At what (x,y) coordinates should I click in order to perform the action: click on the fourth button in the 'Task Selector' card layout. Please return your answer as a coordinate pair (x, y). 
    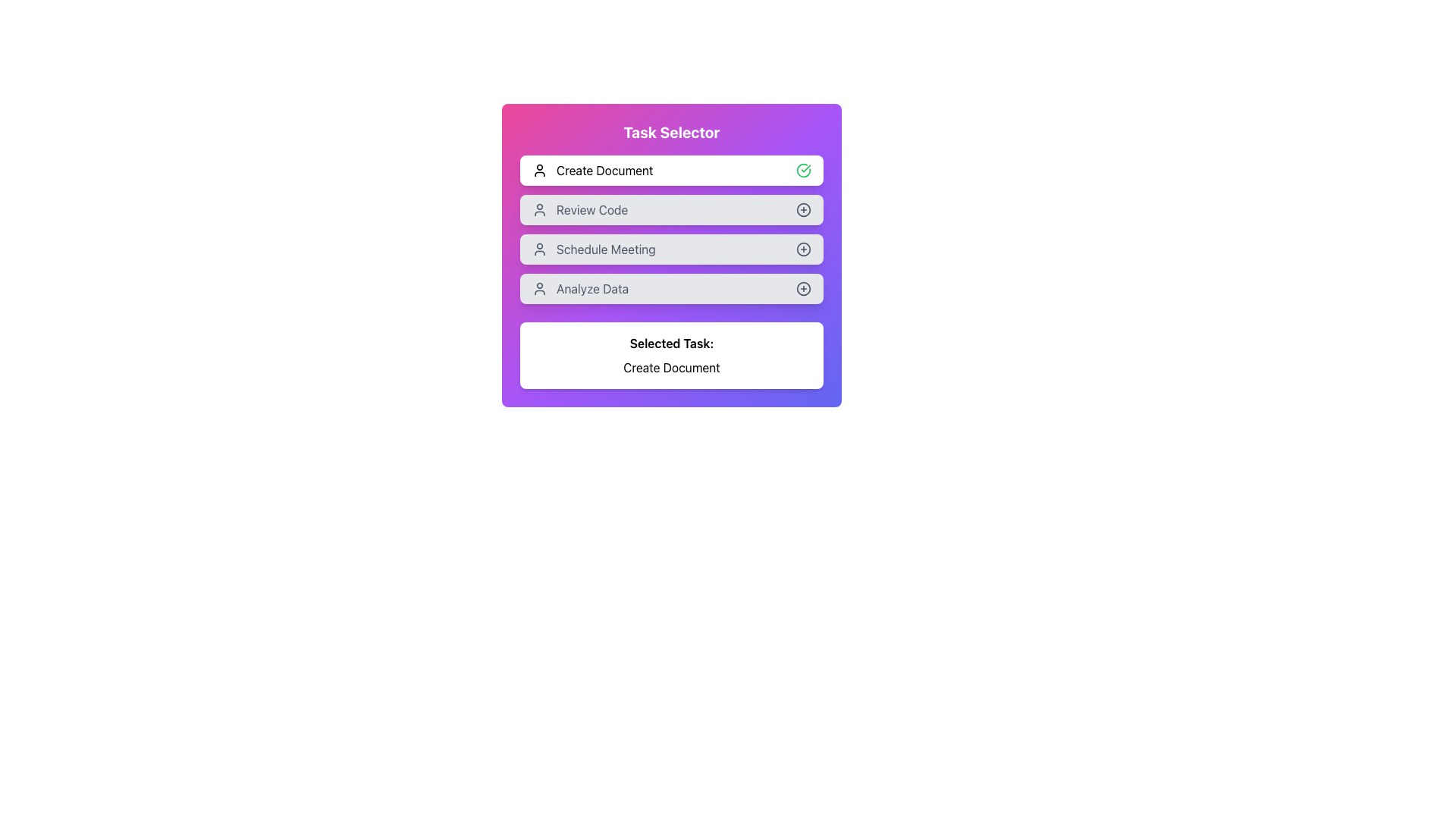
    Looking at the image, I should click on (671, 289).